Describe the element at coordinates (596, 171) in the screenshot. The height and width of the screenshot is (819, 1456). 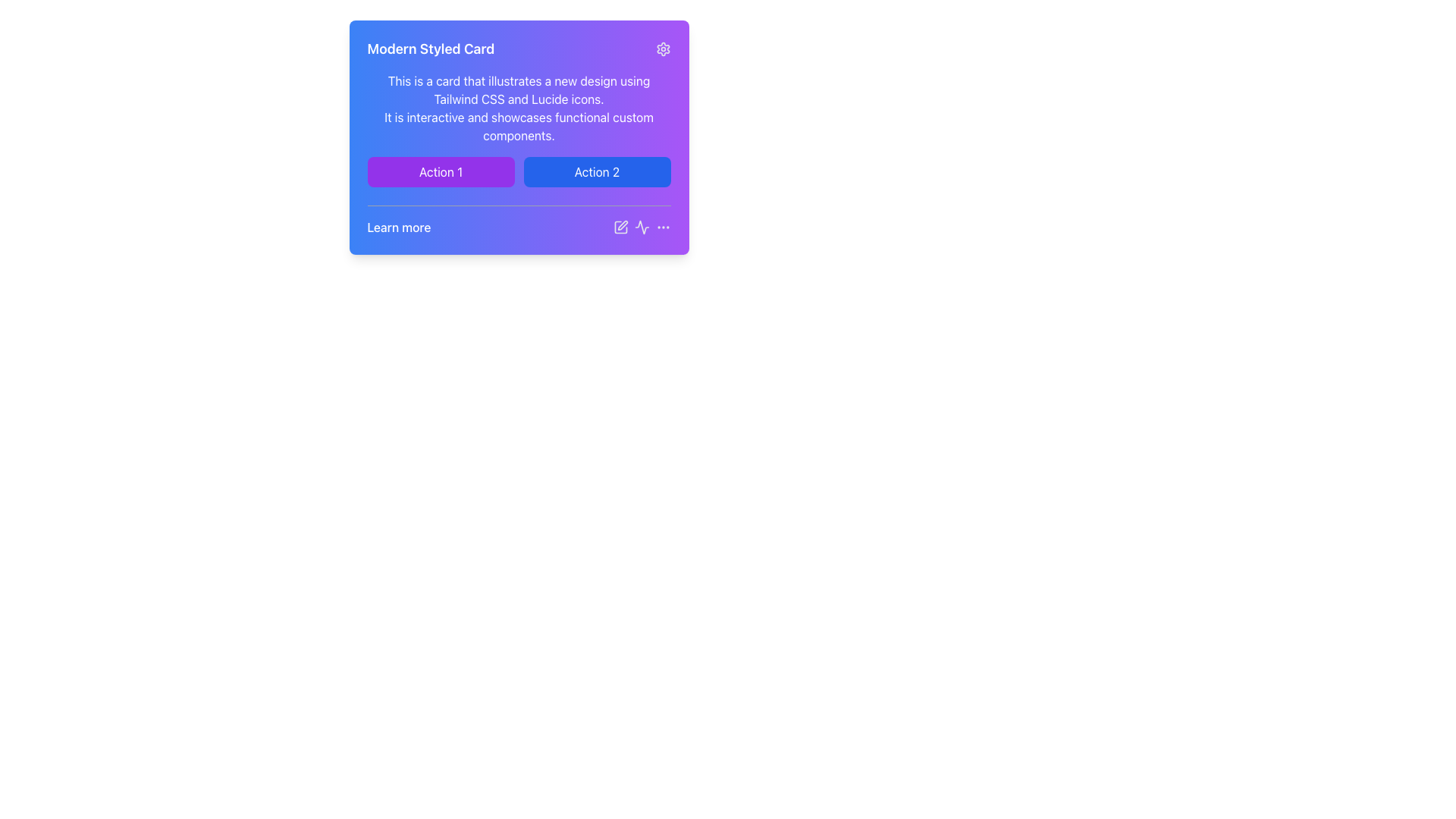
I see `the 'Action 2' button located to the right of 'Action 1'` at that location.